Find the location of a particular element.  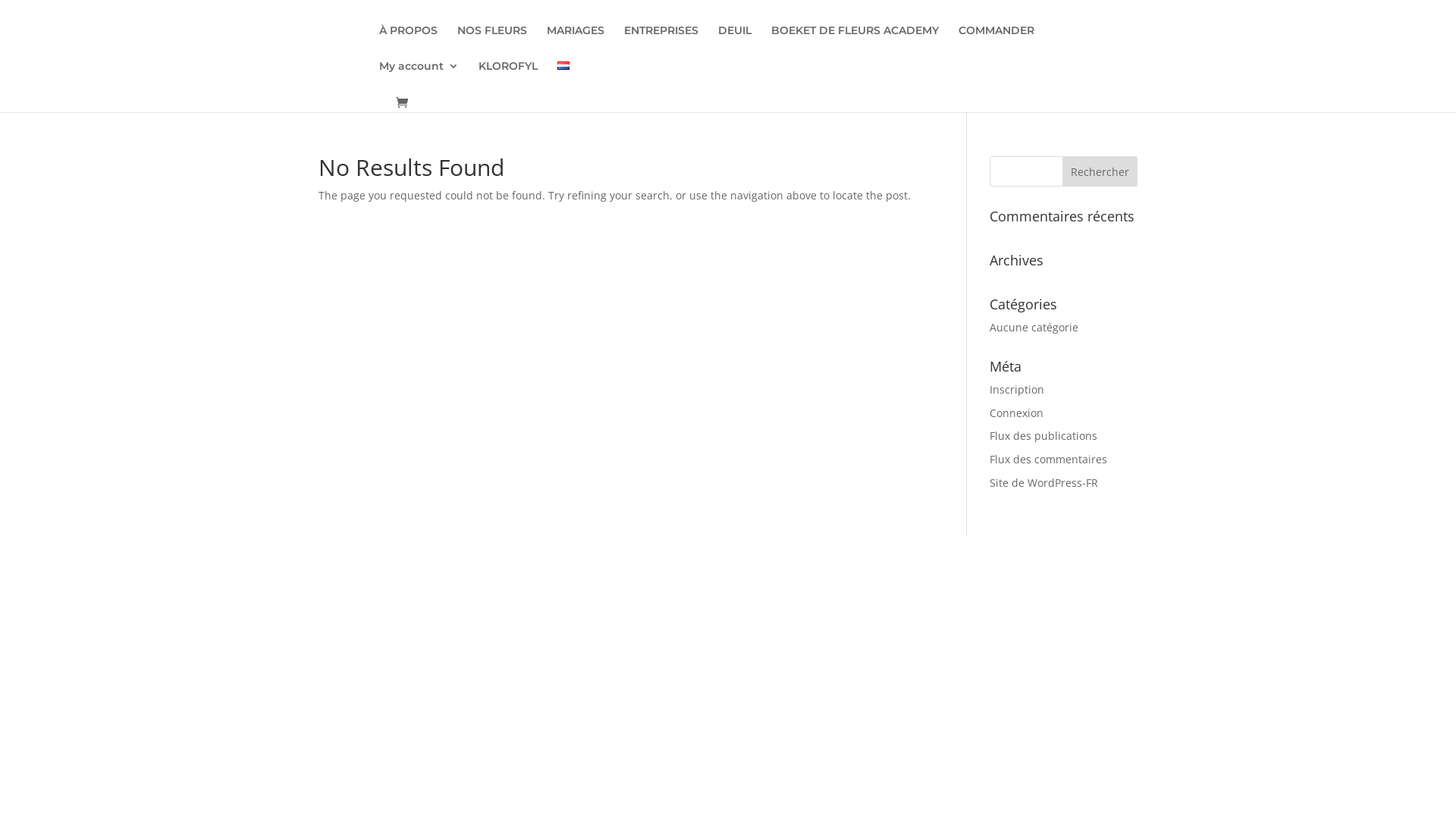

'NOS FLEURS' is located at coordinates (491, 42).